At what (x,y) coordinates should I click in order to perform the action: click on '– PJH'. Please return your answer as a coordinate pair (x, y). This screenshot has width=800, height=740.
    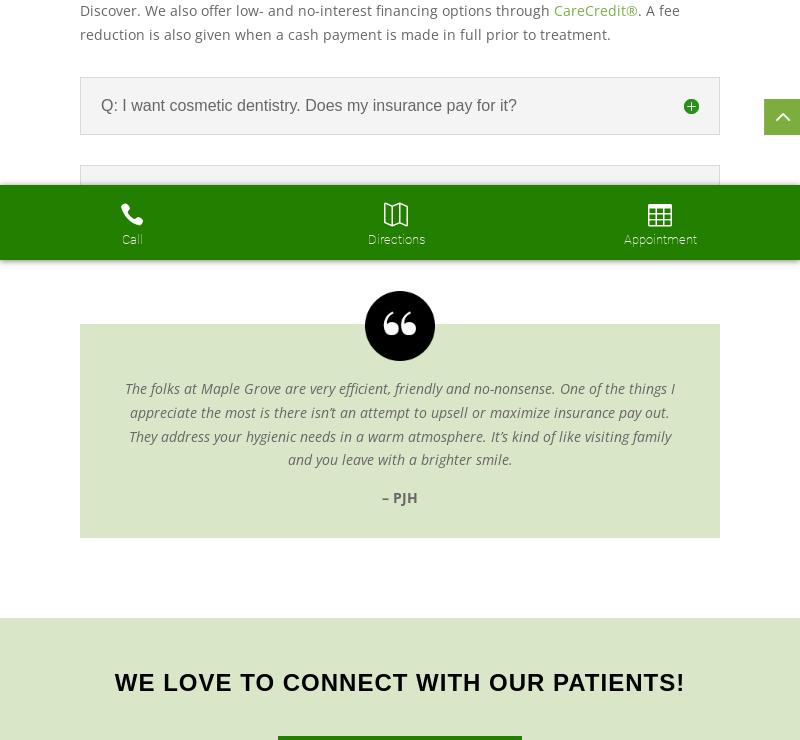
    Looking at the image, I should click on (400, 496).